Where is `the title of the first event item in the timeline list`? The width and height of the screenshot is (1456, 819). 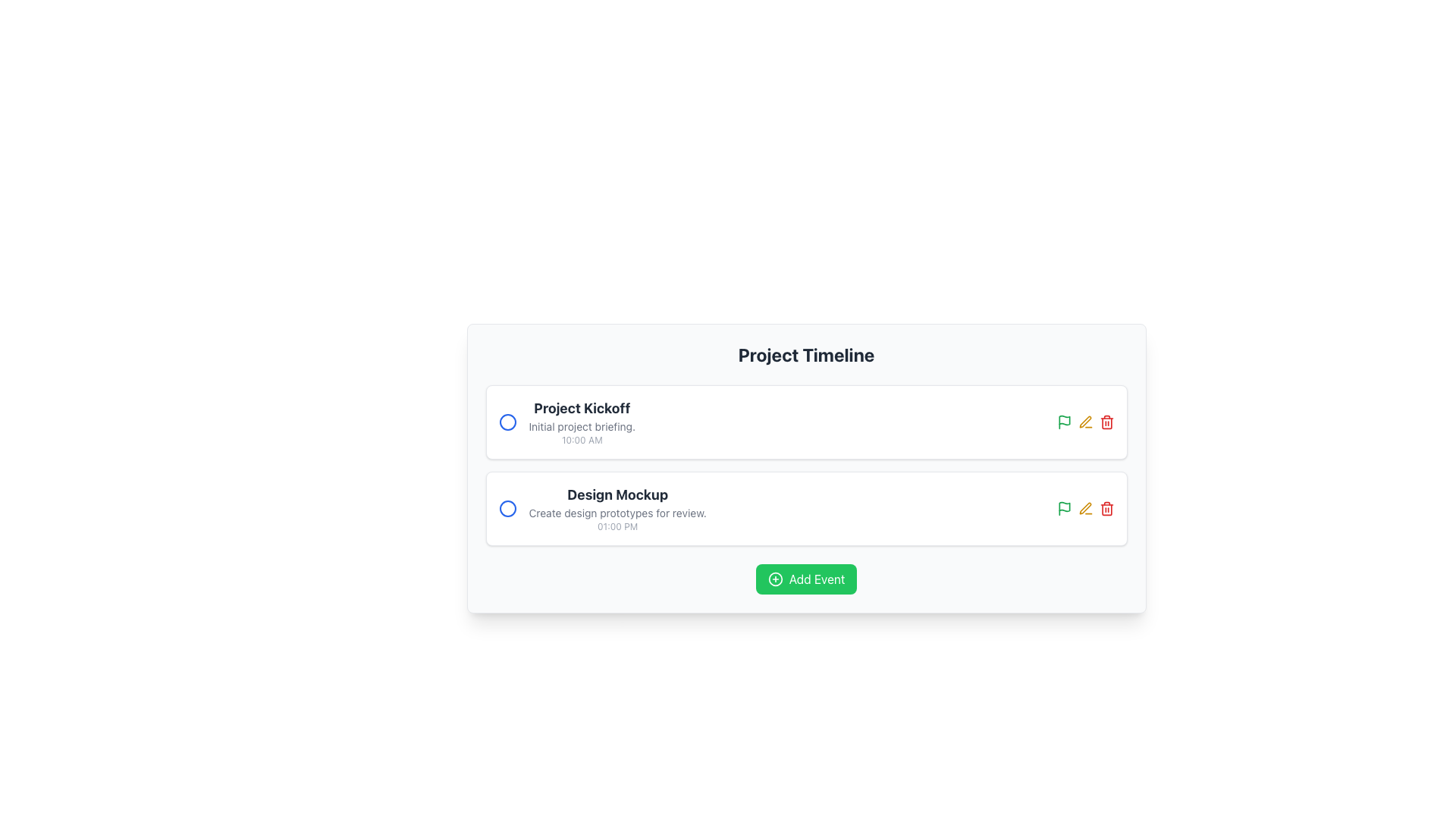
the title of the first event item in the timeline list is located at coordinates (566, 422).